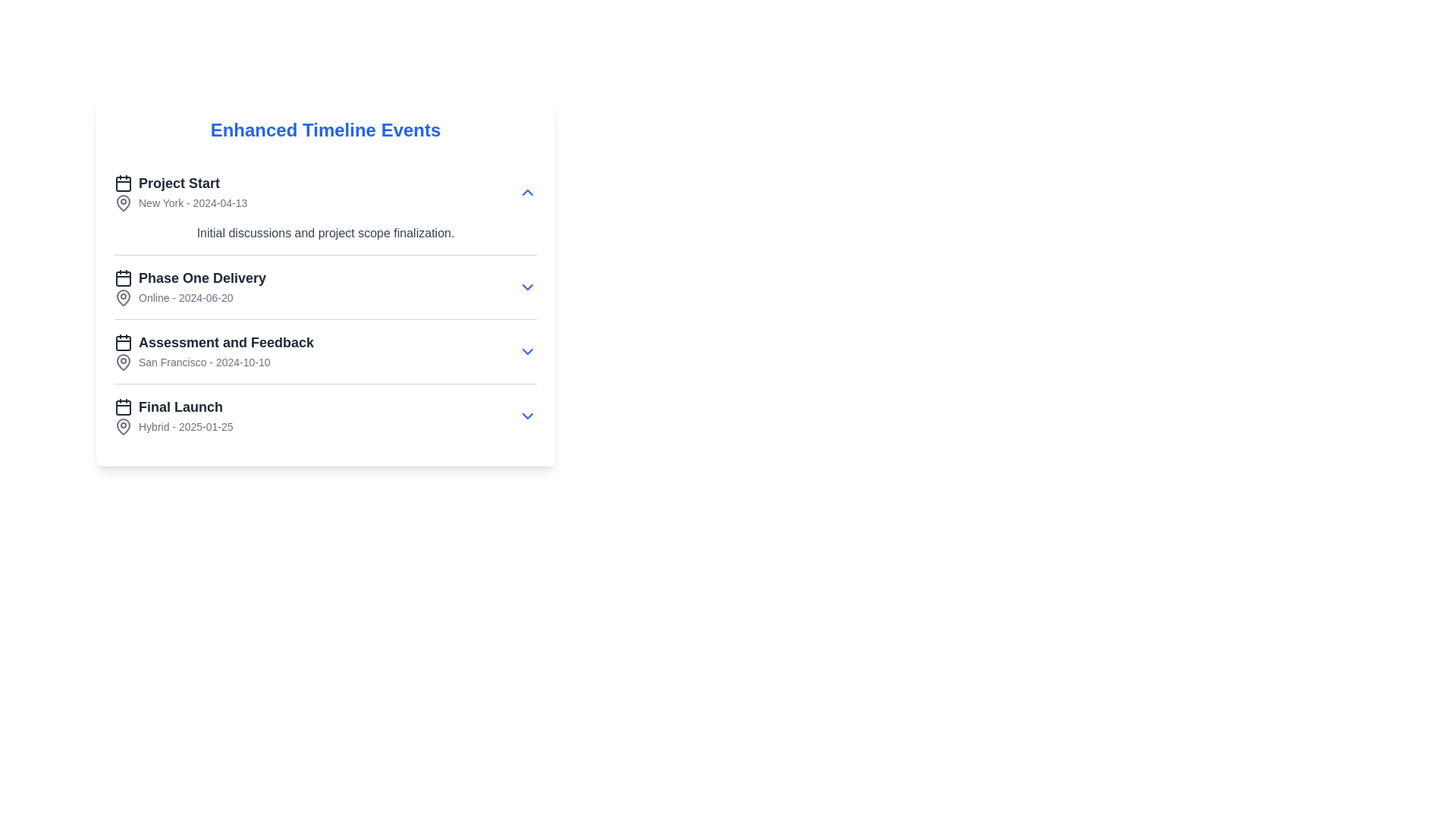  What do you see at coordinates (528, 287) in the screenshot?
I see `the dropdown indicator icon located on the right side of the 'Phase One Delivery' section` at bounding box center [528, 287].